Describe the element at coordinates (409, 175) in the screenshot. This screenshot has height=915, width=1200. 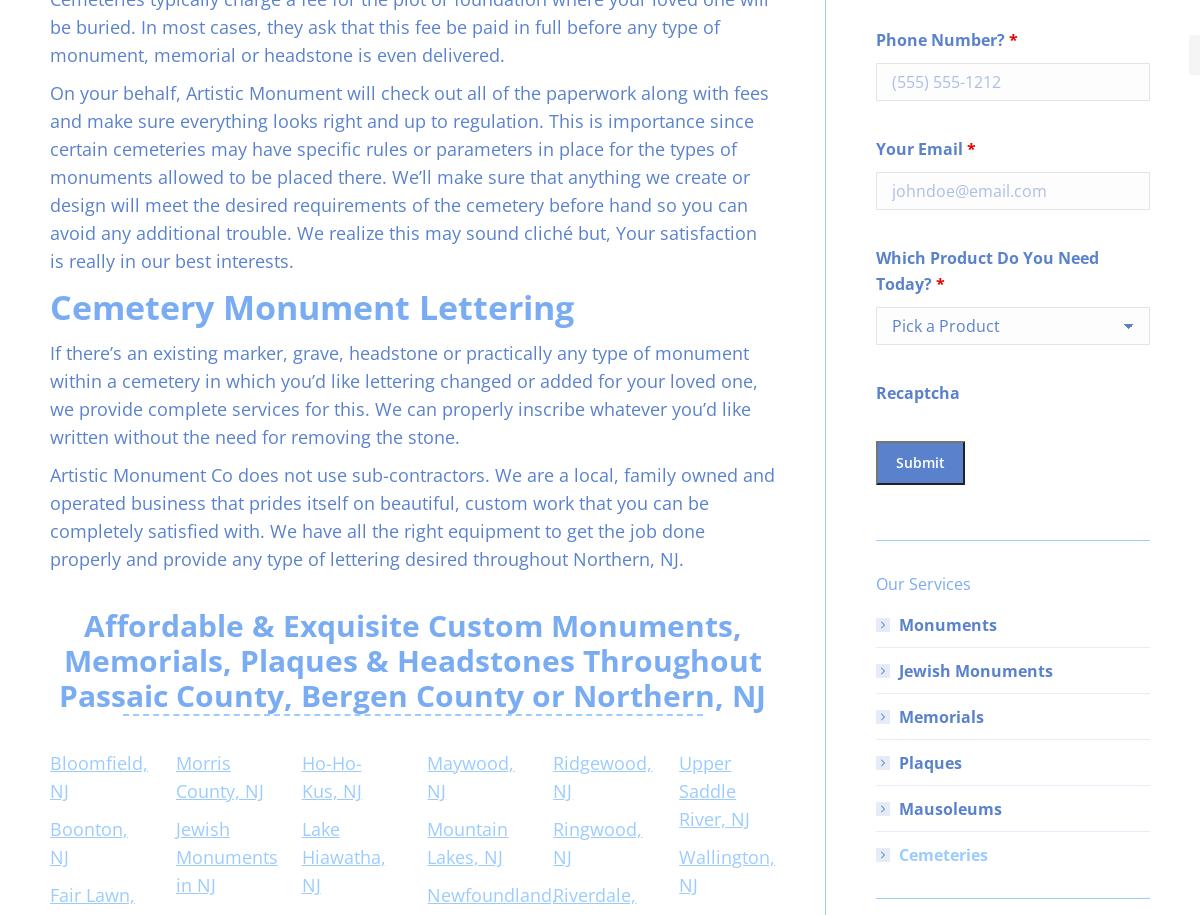
I see `'On your behalf, Artistic Monument will check out all of the paperwork along with fees and make sure everything looks right and up to regulation. This is importance since certain cemeteries may have specific rules or parameters in place for the types of monuments allowed to be placed there. We’ll make sure that anything we create or design will meet the desired requirements of the cemetery before hand so you can avoid any additional trouble. We realize this may sound cliché but, Your satisfaction is really in our best interests.'` at that location.